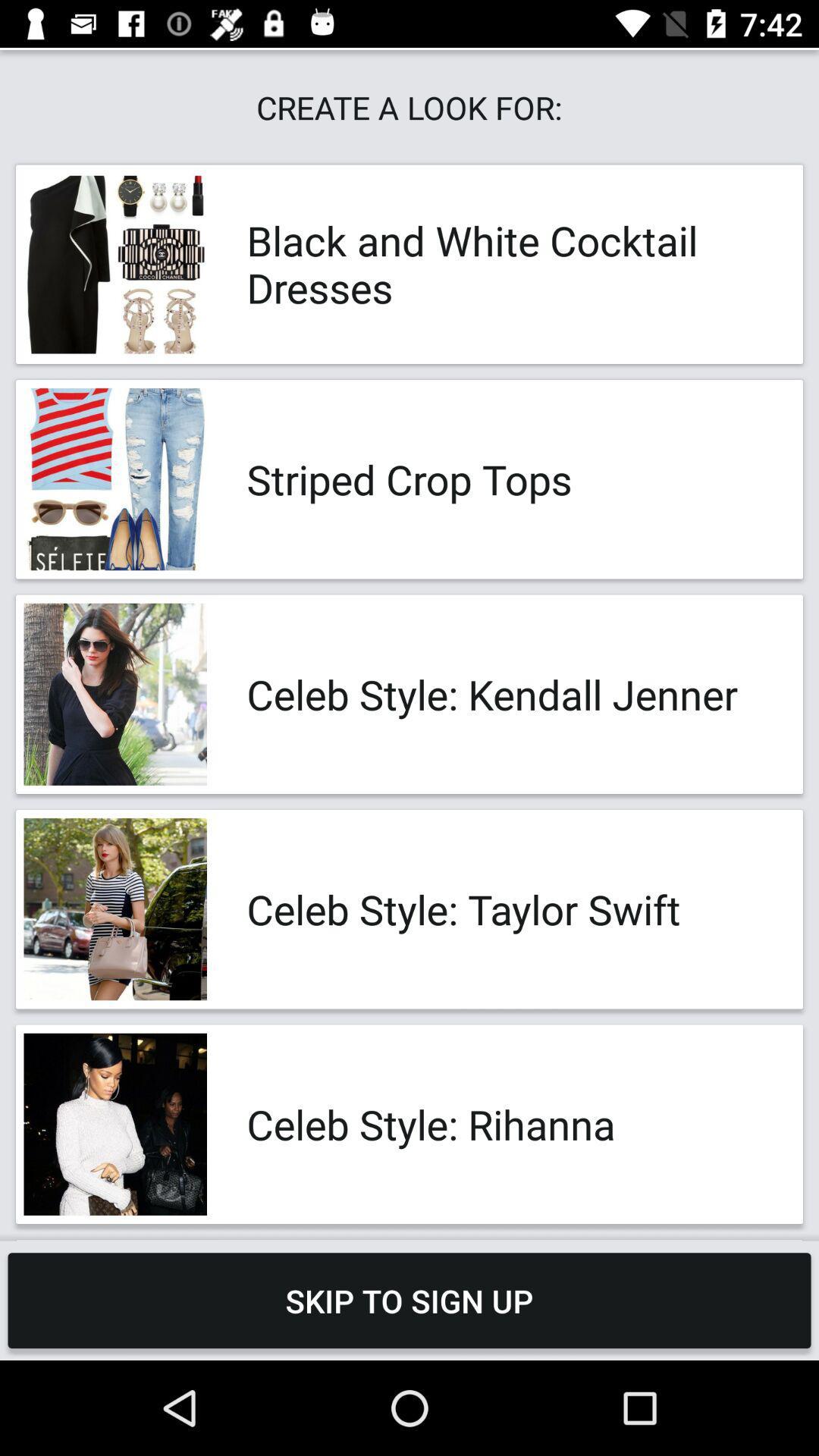 This screenshot has width=819, height=1456. I want to click on the skip to sign item, so click(409, 1300).